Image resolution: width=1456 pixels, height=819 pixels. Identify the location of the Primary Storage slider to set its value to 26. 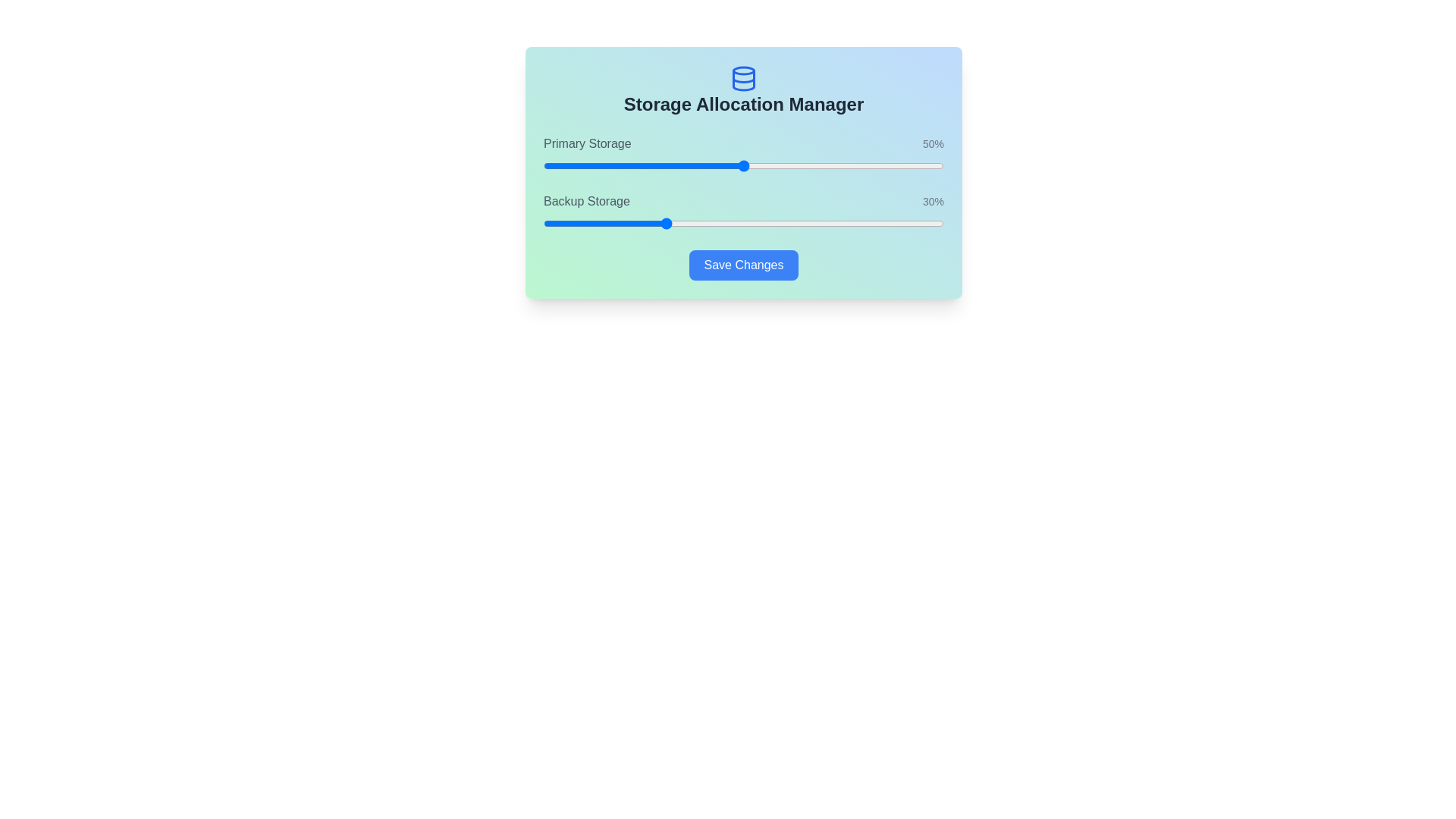
(648, 166).